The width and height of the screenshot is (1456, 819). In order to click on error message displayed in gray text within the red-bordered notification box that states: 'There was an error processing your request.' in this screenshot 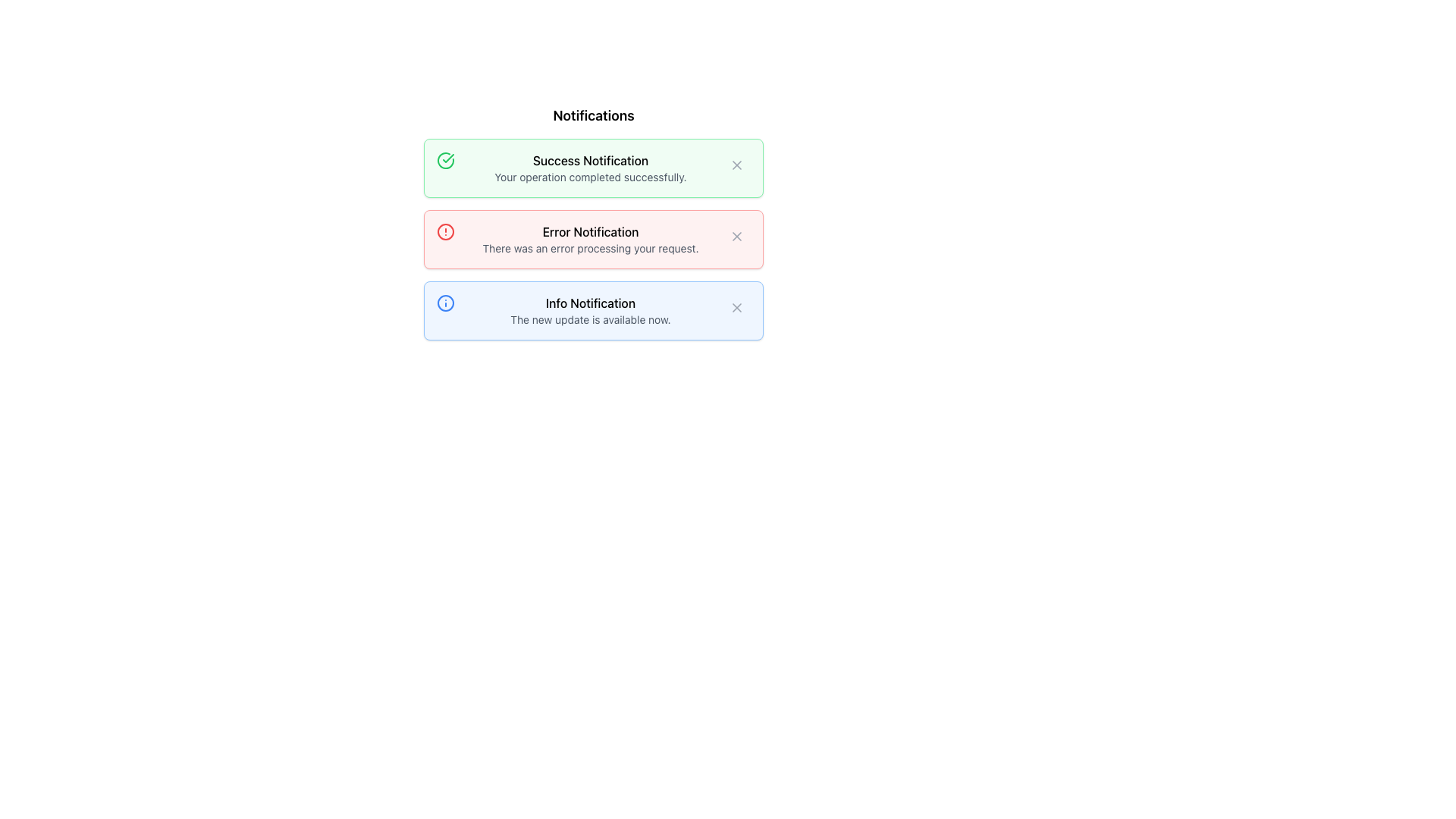, I will do `click(589, 247)`.